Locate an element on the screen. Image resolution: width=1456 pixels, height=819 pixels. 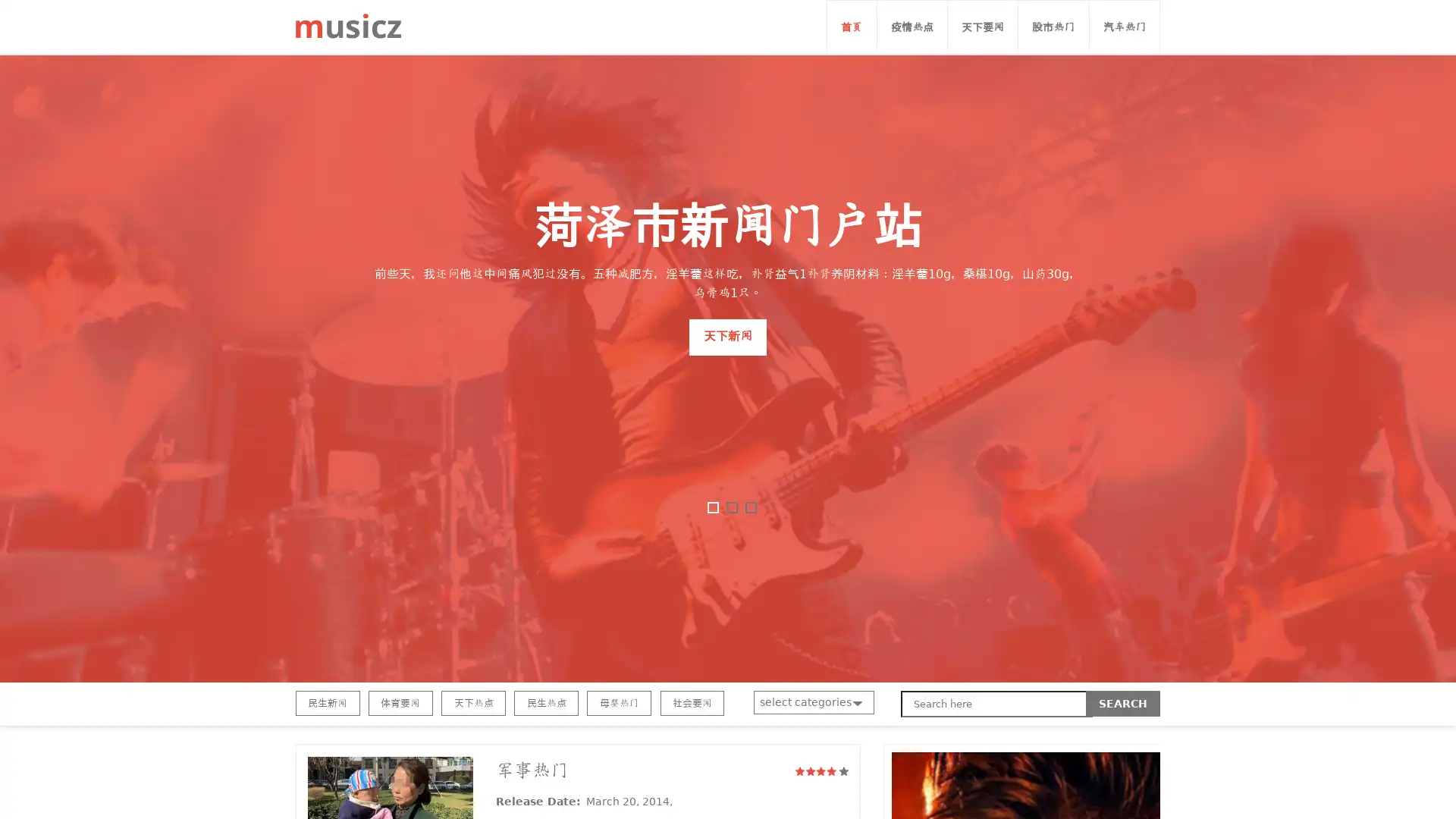
search is located at coordinates (1123, 704).